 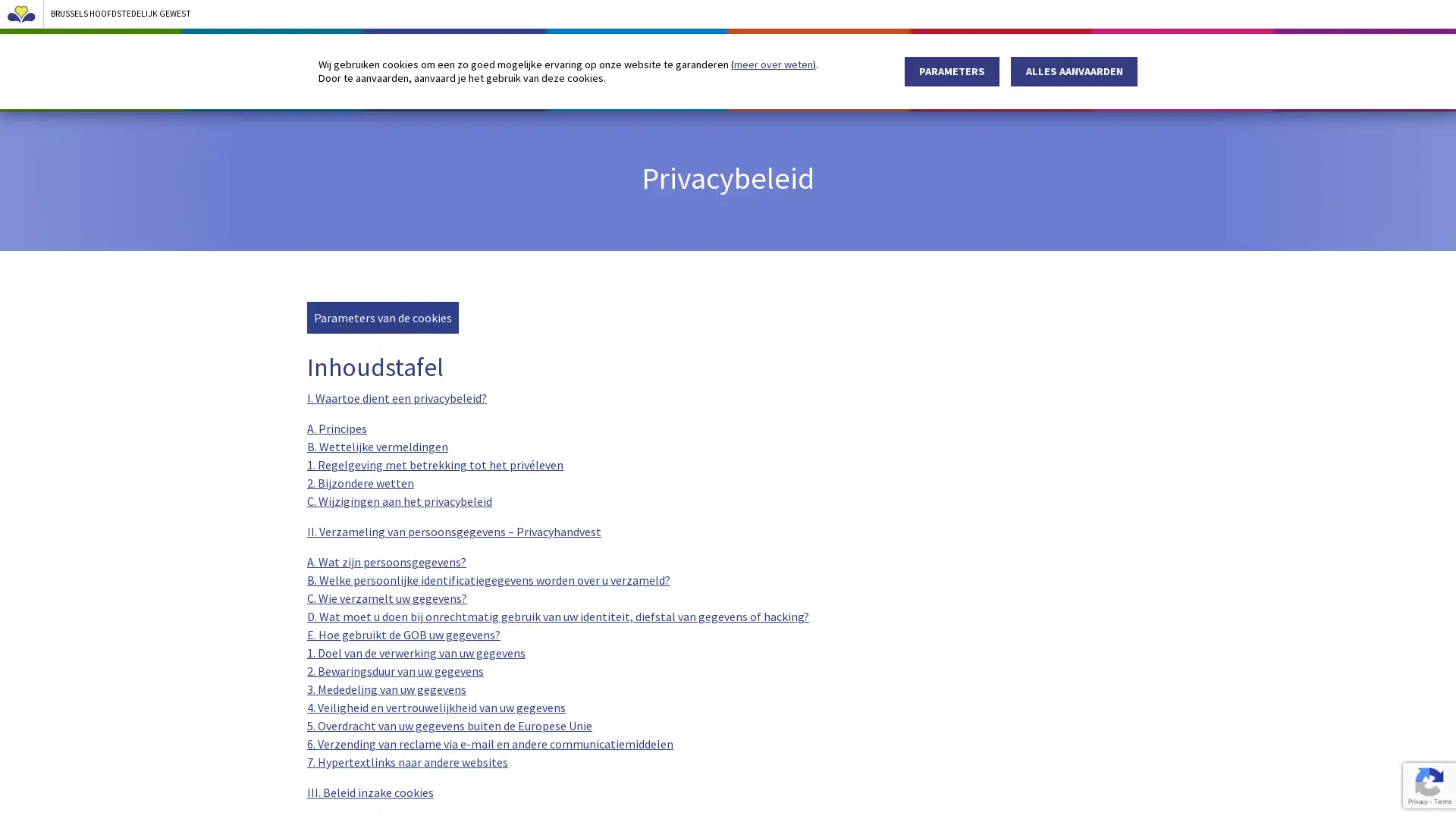 What do you see at coordinates (1073, 71) in the screenshot?
I see `ALLES AANVAARDEN` at bounding box center [1073, 71].